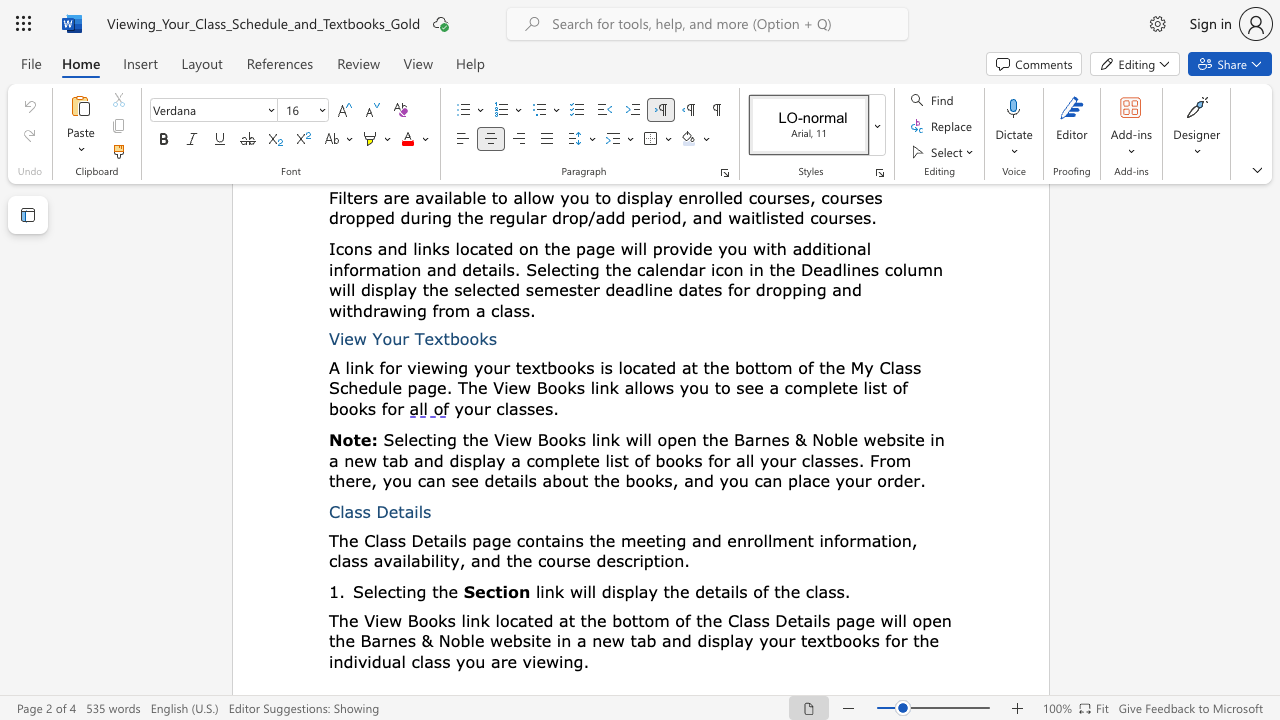  What do you see at coordinates (383, 560) in the screenshot?
I see `the subset text "vailabilit" within the text "the meeting and enrollment information, class availability, and the course description."` at bounding box center [383, 560].